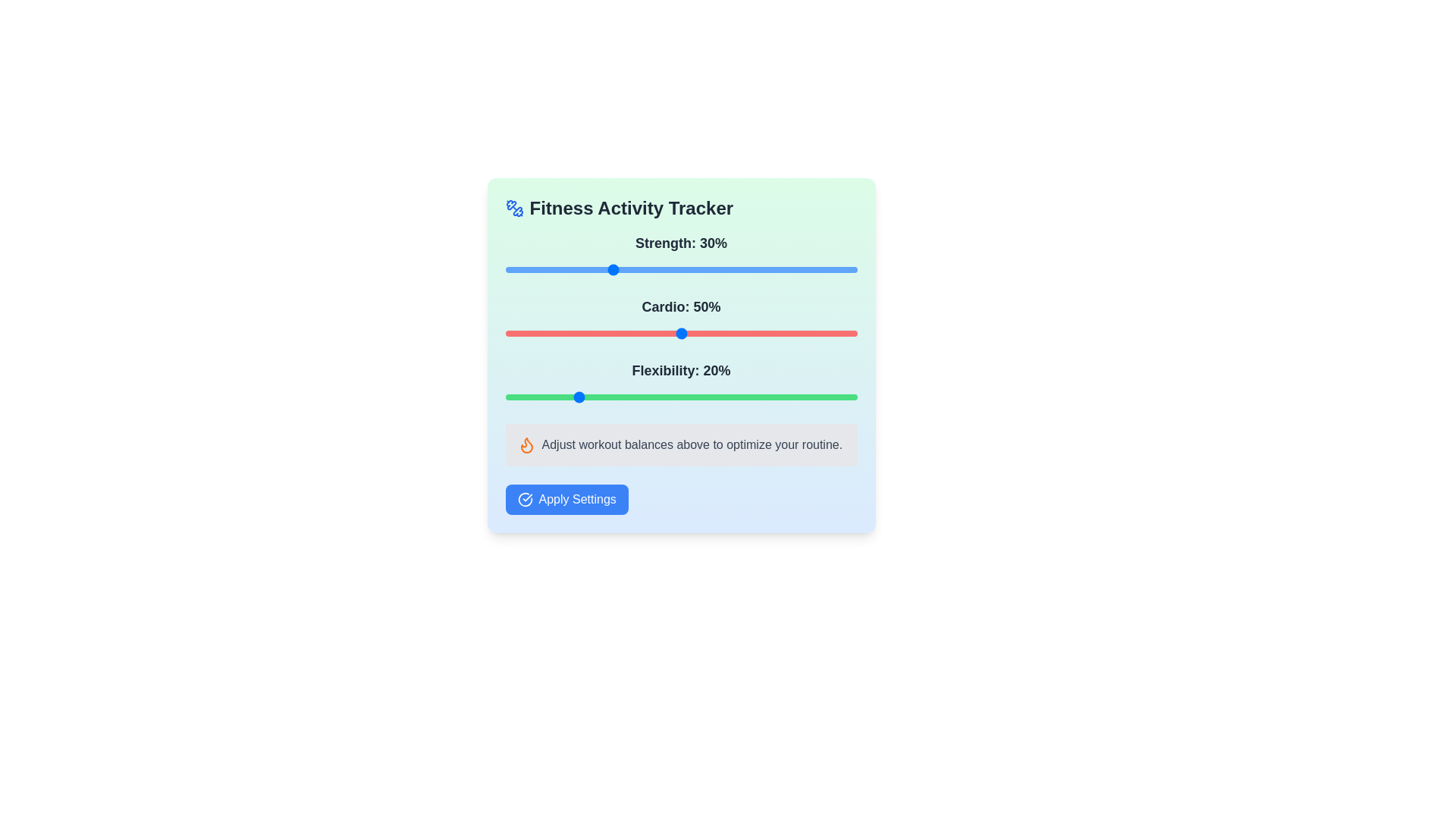 This screenshot has height=819, width=1456. What do you see at coordinates (832, 332) in the screenshot?
I see `the Cardio slider` at bounding box center [832, 332].